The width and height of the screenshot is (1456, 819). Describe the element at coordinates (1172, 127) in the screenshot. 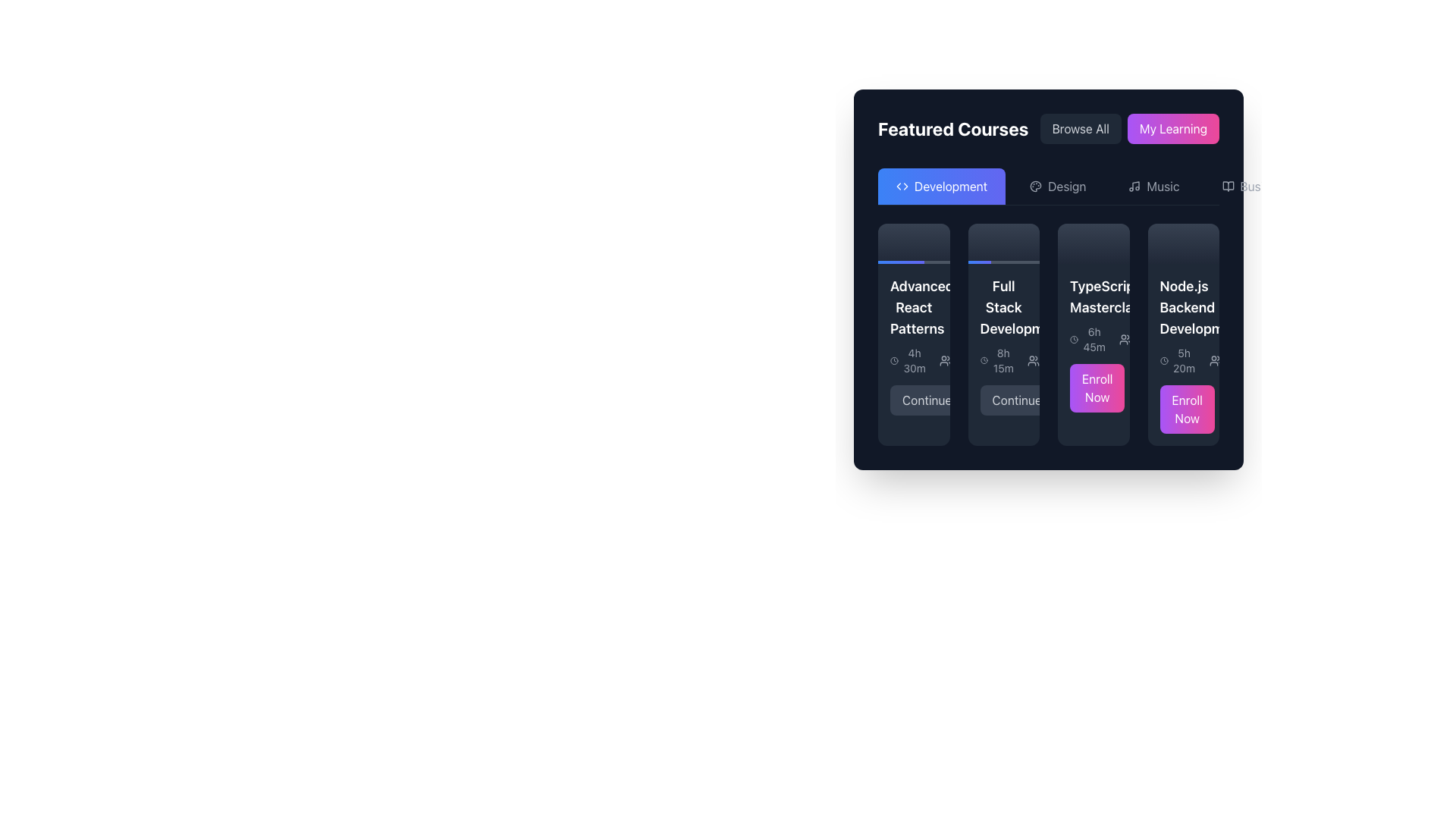

I see `the 'My Learning' button, which is the second button in the horizontal grouping of 'Browse All' and 'My Learning' buttons located at the top-right of the 'Featured Courses' section, to observe the hover effect` at that location.